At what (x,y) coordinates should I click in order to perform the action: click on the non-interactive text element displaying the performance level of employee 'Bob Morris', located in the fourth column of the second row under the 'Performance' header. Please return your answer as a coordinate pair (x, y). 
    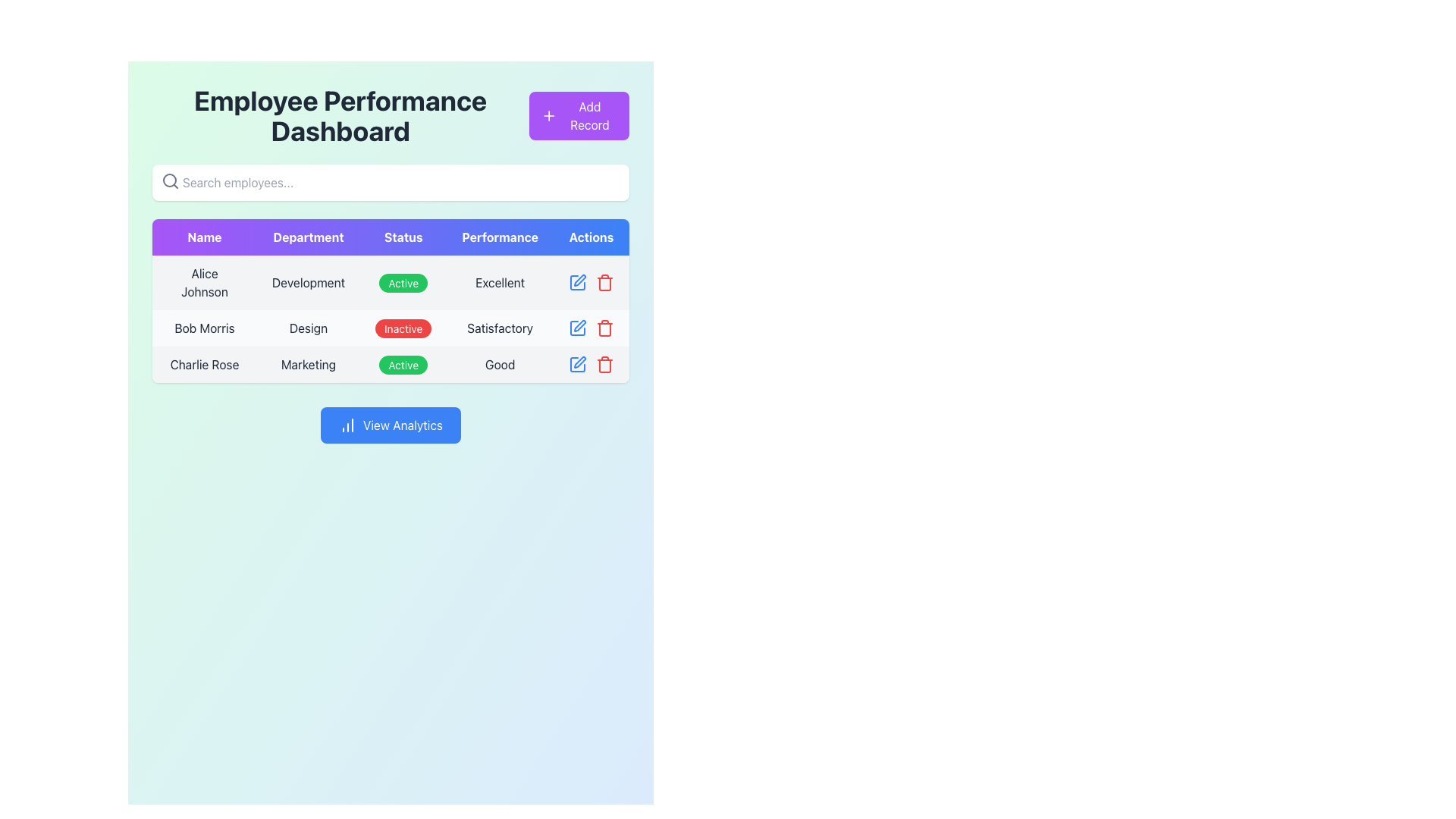
    Looking at the image, I should click on (500, 327).